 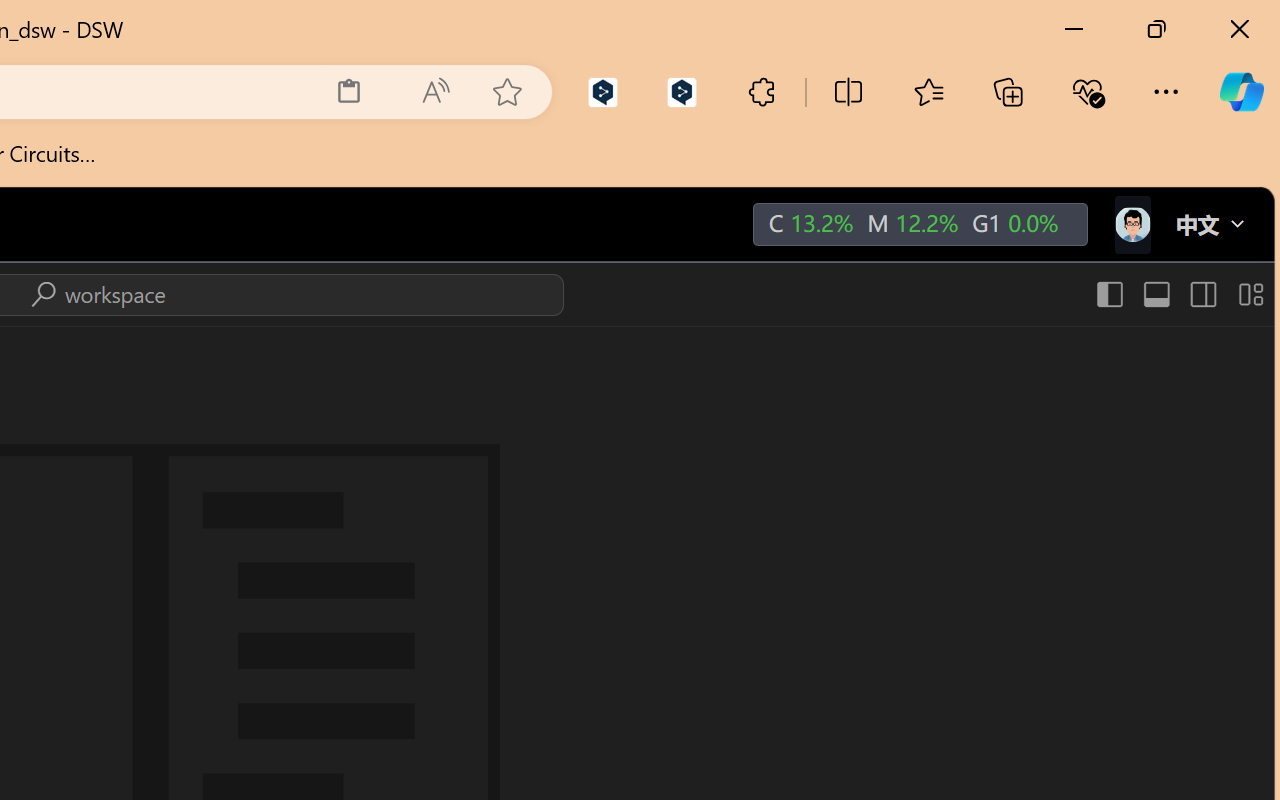 What do you see at coordinates (1240, 91) in the screenshot?
I see `'Copilot (Ctrl+Shift+.)'` at bounding box center [1240, 91].